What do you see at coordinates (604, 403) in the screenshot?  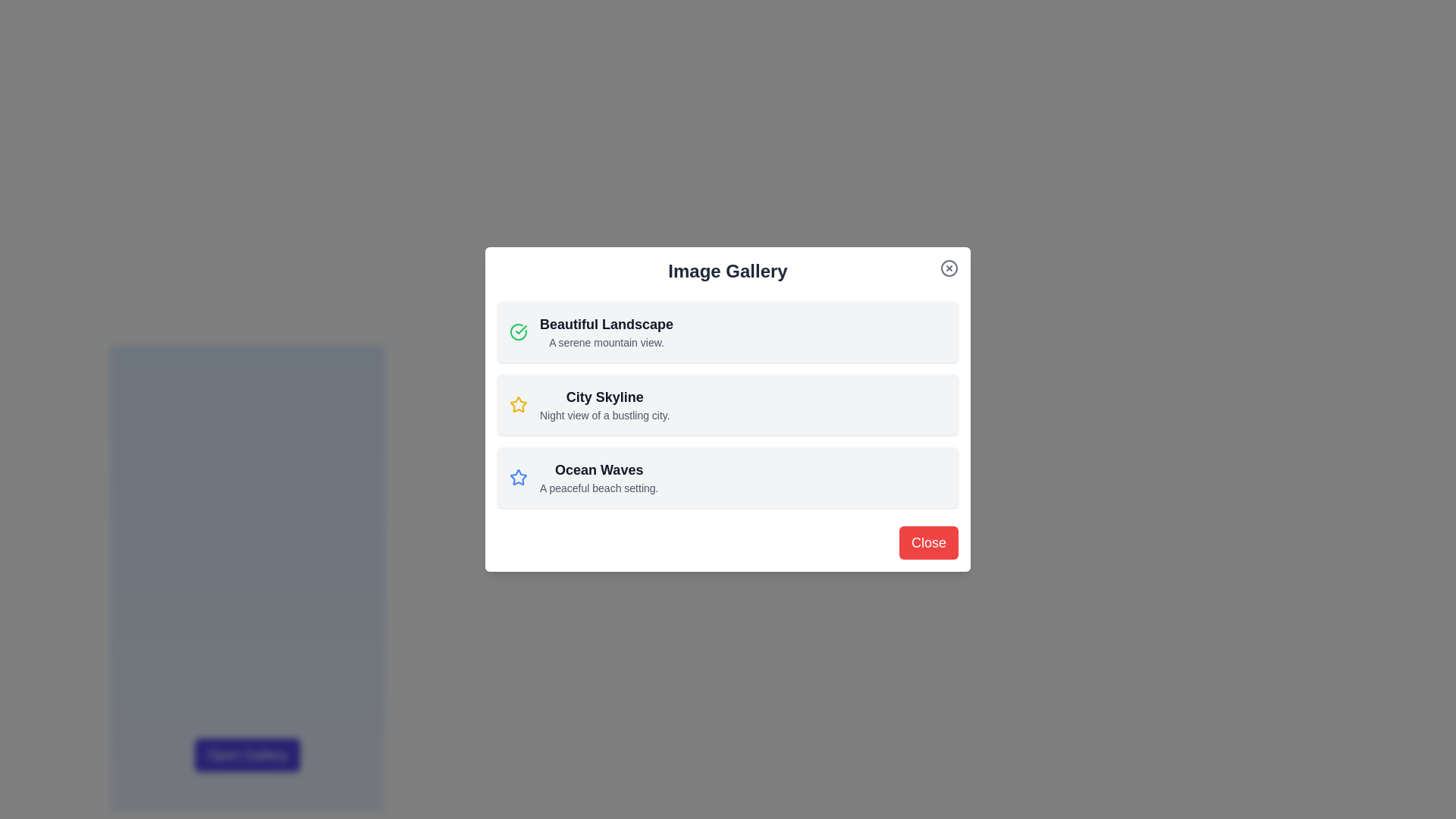 I see `the text label that displays 'City Skyline' and 'Night view of a bustling city.' within the 'Image Gallery' modal dialog` at bounding box center [604, 403].